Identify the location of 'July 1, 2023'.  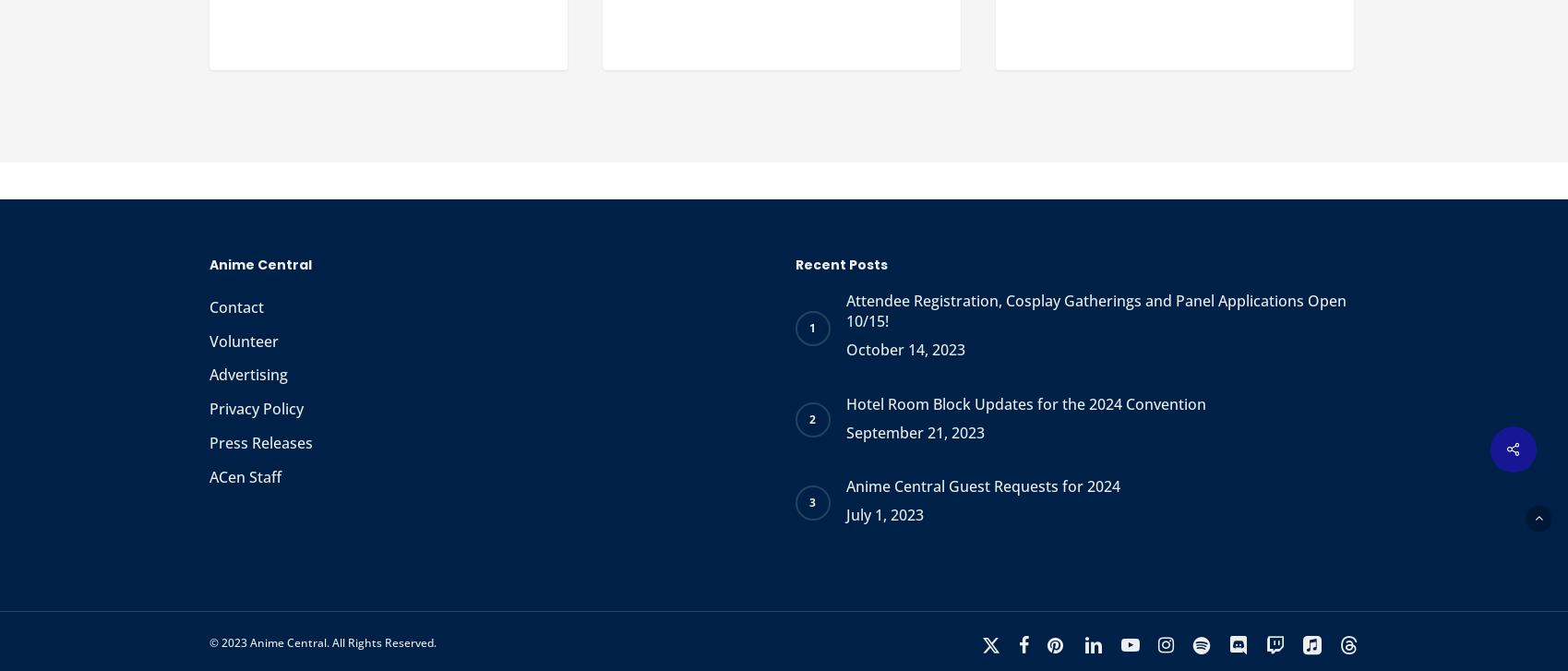
(884, 513).